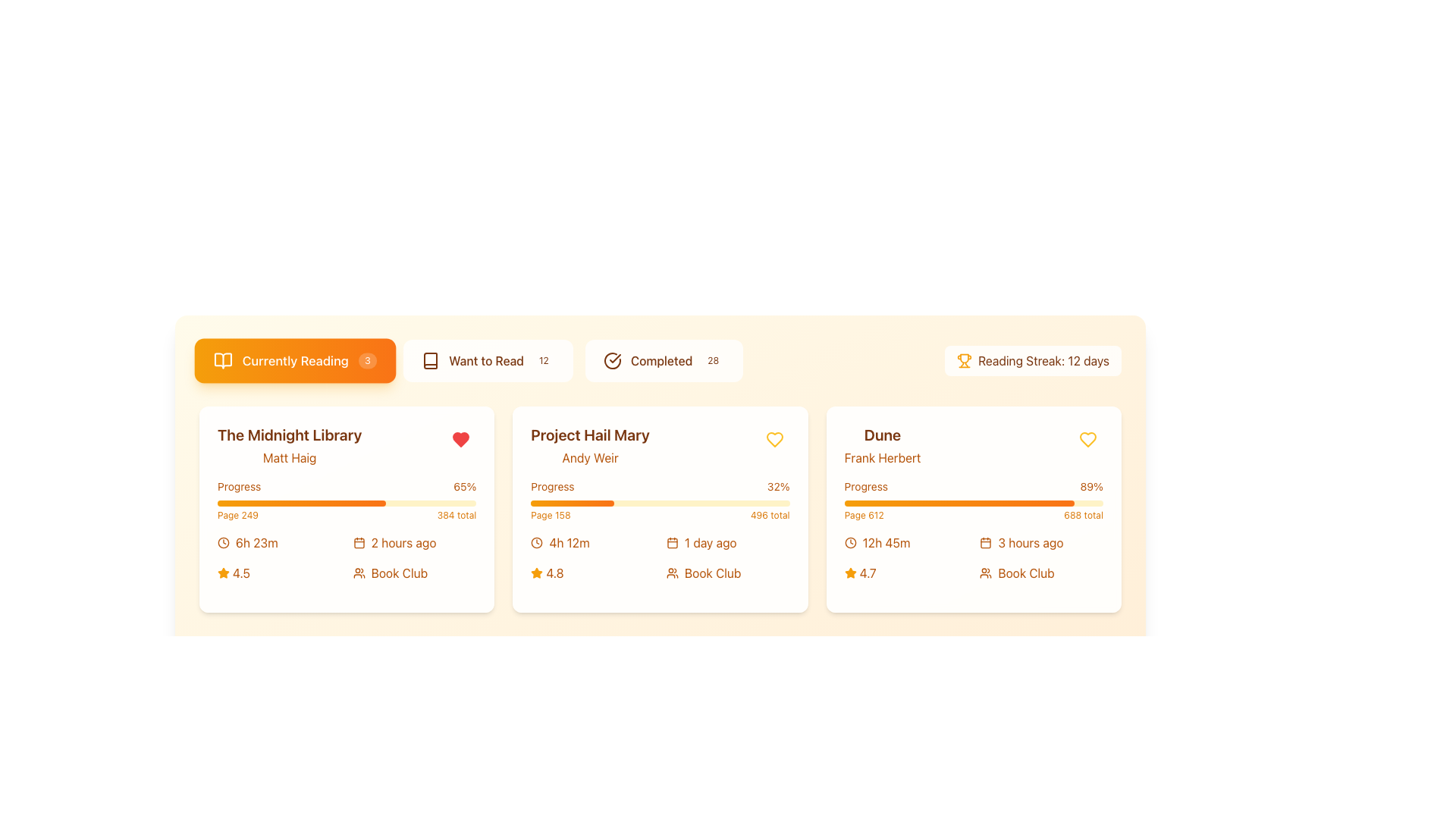 Image resolution: width=1456 pixels, height=819 pixels. I want to click on the content of the Label with icon displaying 'Book Club' accompanied by a group of people icon, located in the bottom-right corner of the card for 'Project Hail Mary.', so click(728, 573).